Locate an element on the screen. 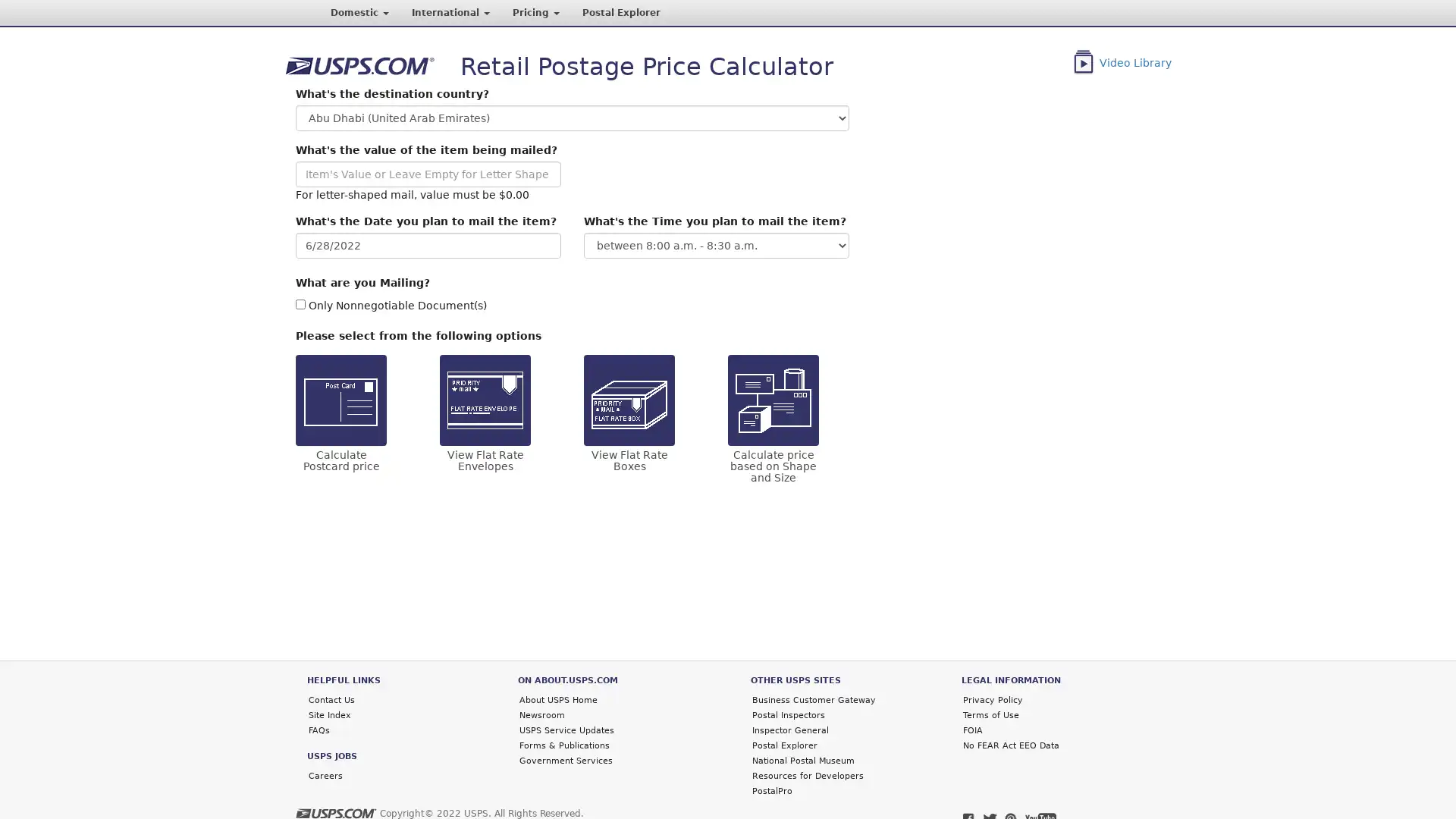  View Flat Rate Envelopes is located at coordinates (484, 400).